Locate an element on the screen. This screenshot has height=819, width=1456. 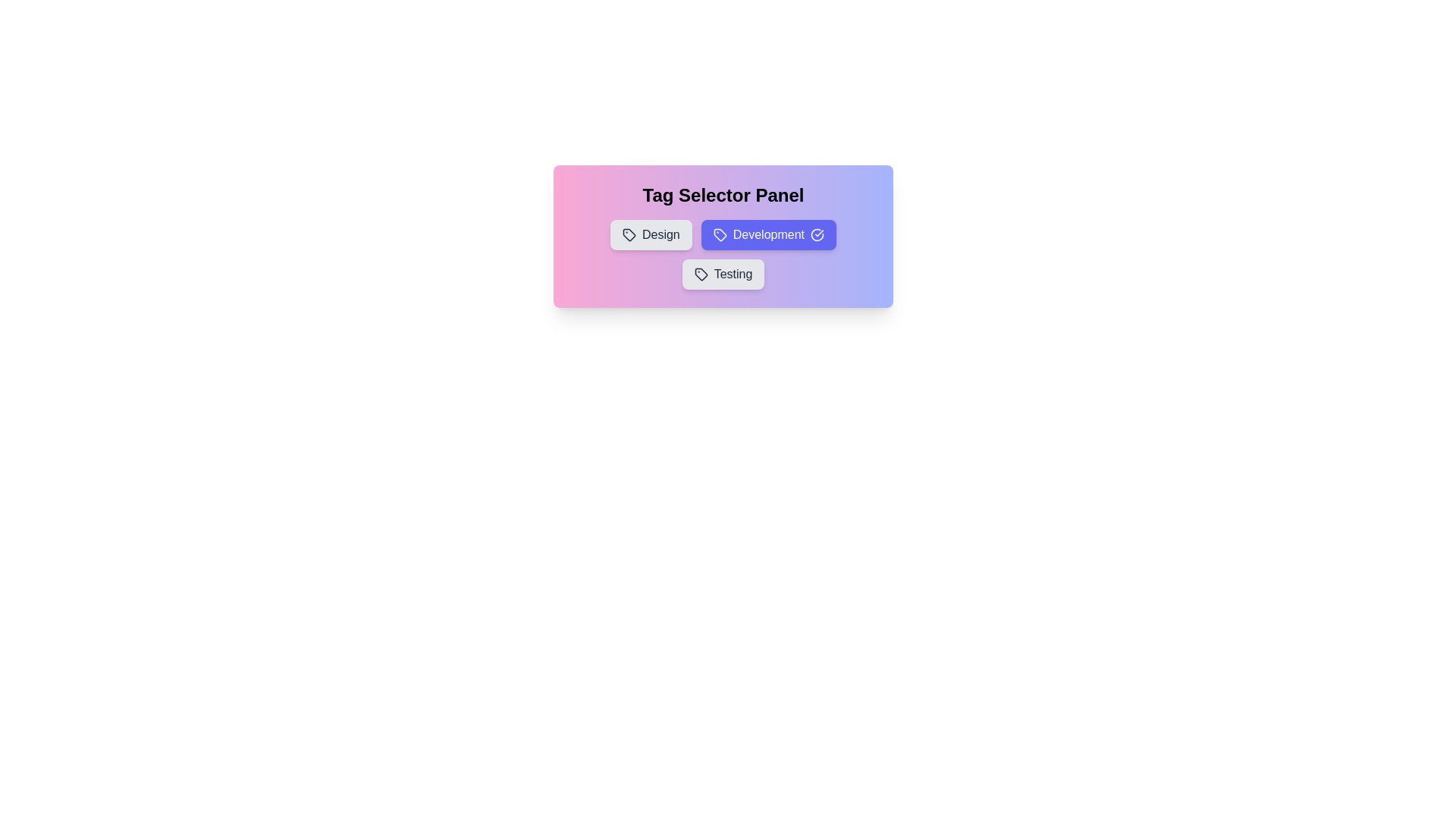
the tag Development to observe the hover effect is located at coordinates (768, 234).